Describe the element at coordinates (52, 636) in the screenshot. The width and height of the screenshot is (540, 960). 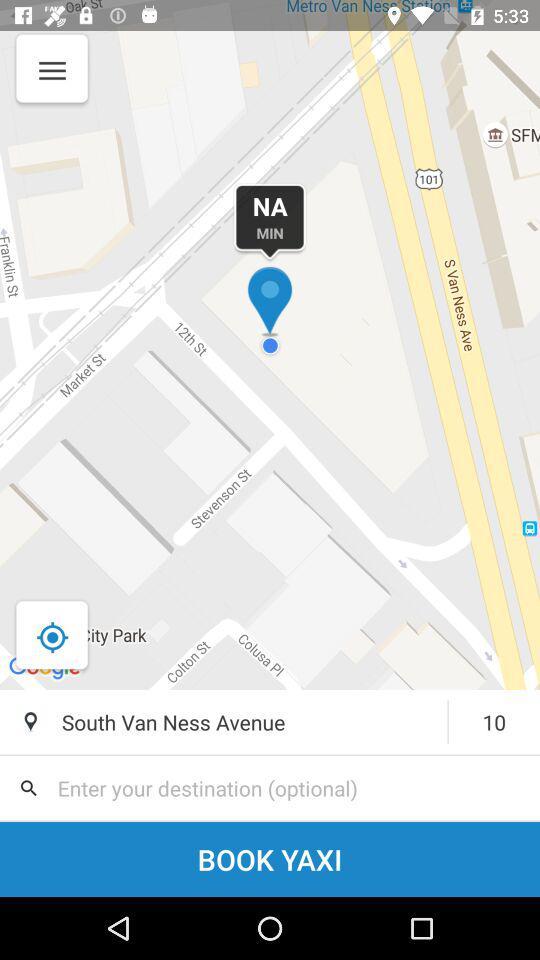
I see `the location_crosshair icon` at that location.